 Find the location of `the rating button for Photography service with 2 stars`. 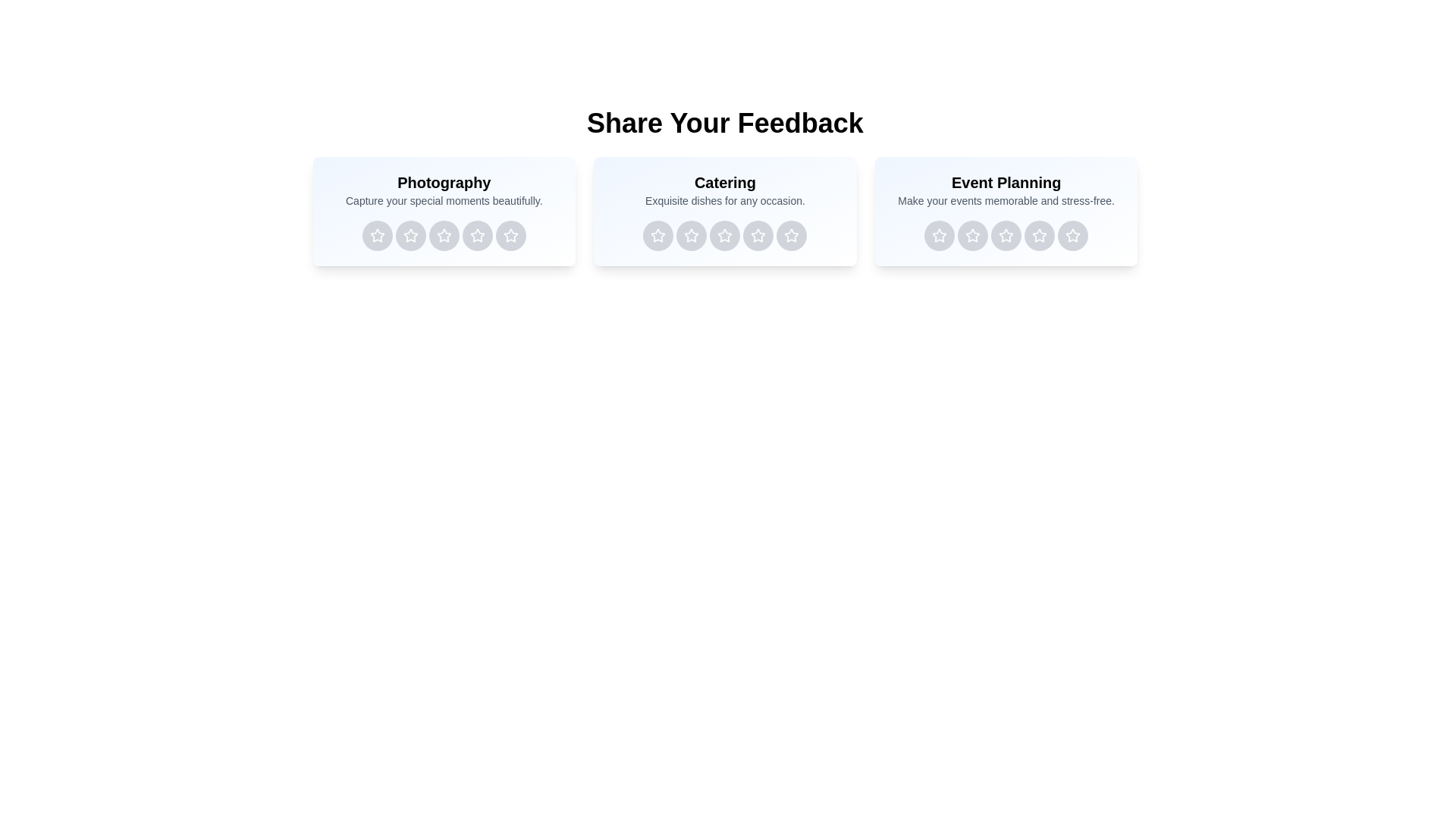

the rating button for Photography service with 2 stars is located at coordinates (410, 236).